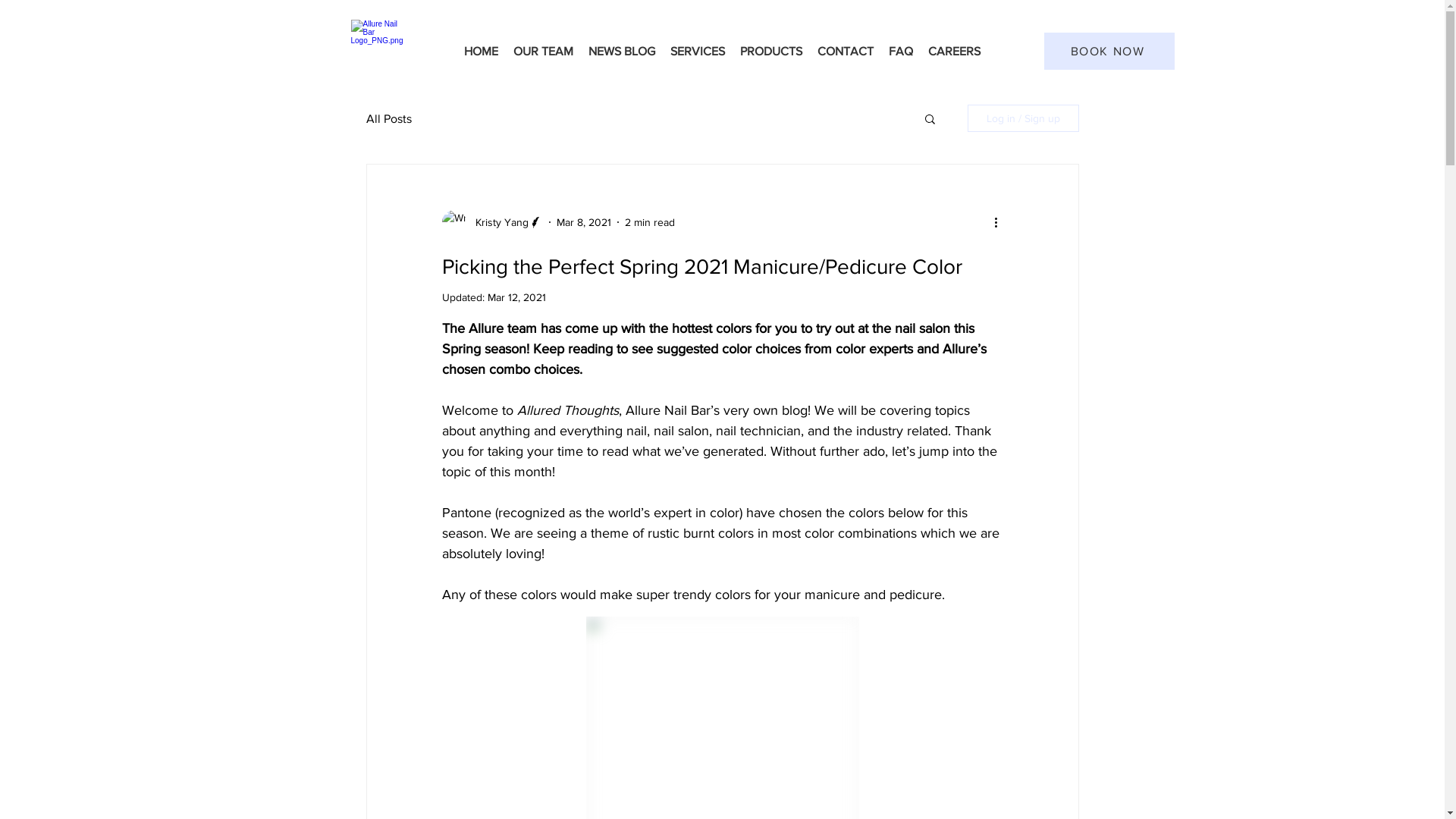 The image size is (1456, 819). What do you see at coordinates (771, 50) in the screenshot?
I see `'PRODUCTS'` at bounding box center [771, 50].